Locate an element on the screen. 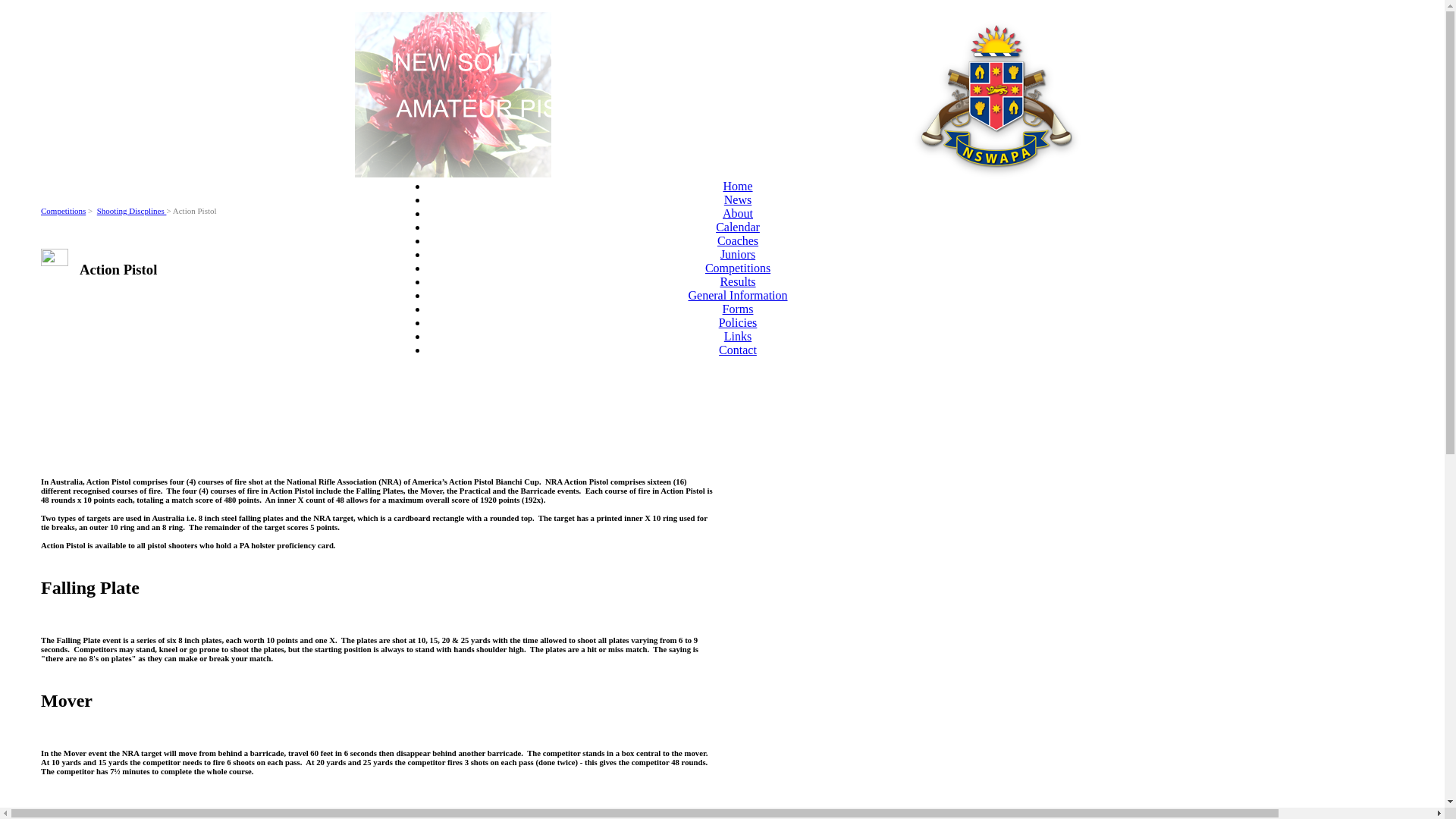 This screenshot has width=1456, height=819. 'Shooting Discplines' is located at coordinates (131, 210).